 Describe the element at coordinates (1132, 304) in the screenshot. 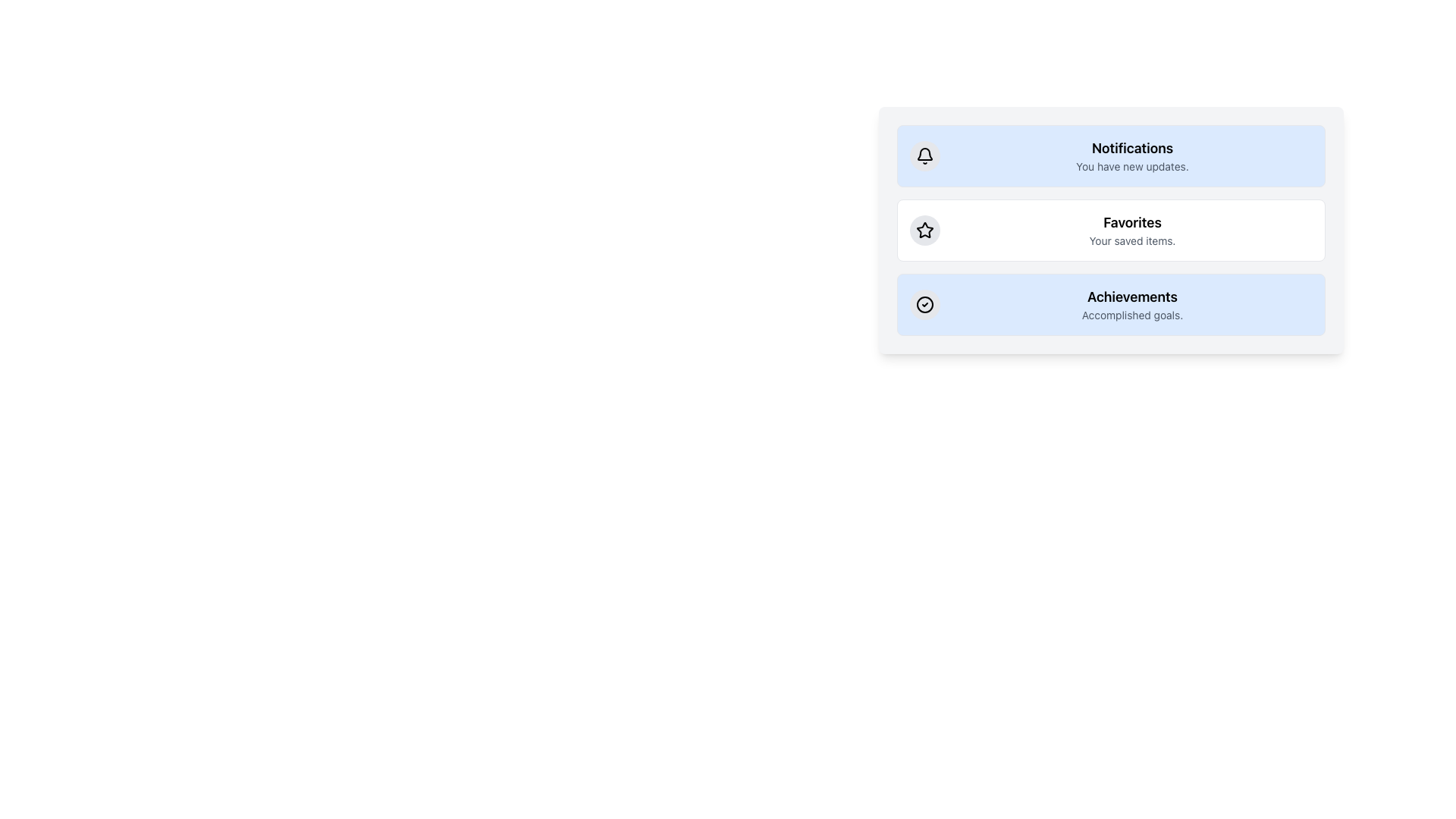

I see `the Text block displaying 'Achievements' in bold with subtext 'Accomplished goals.' in gray, located in the third section of the vertically stacked list` at that location.